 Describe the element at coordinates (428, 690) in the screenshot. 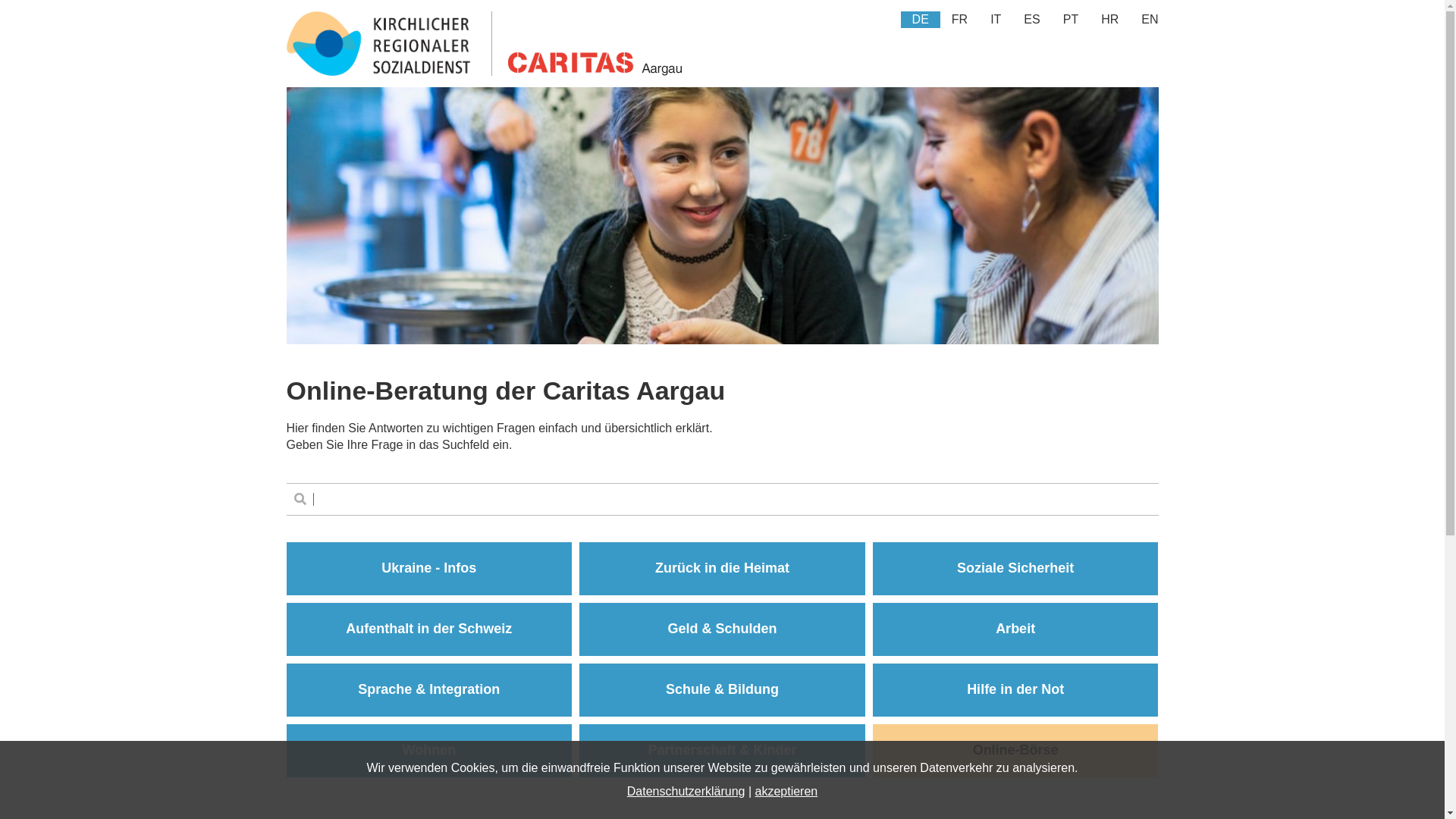

I see `'Sprache & Integration'` at that location.